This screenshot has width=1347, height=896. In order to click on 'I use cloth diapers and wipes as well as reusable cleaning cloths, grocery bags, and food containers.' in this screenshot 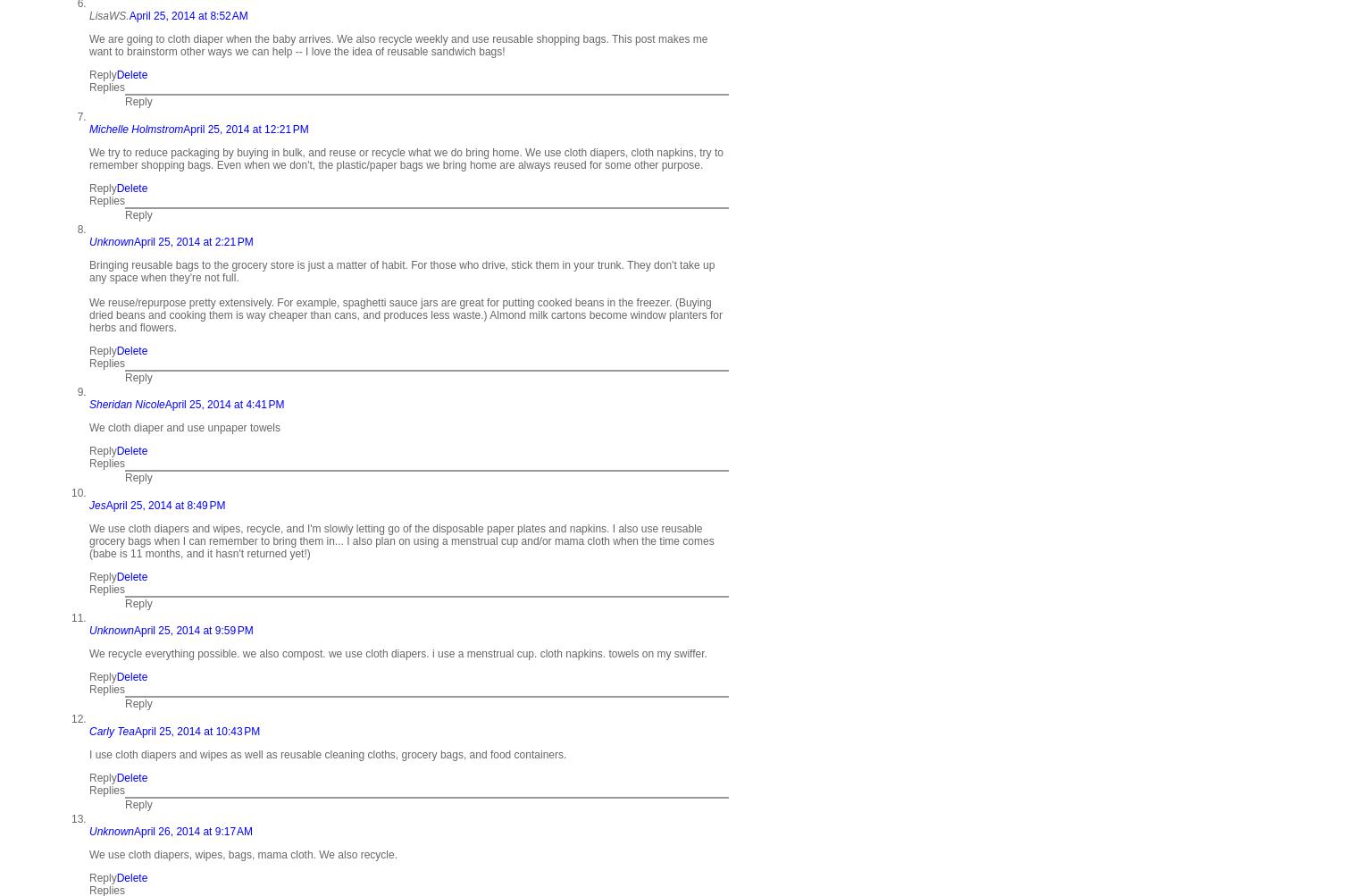, I will do `click(327, 754)`.